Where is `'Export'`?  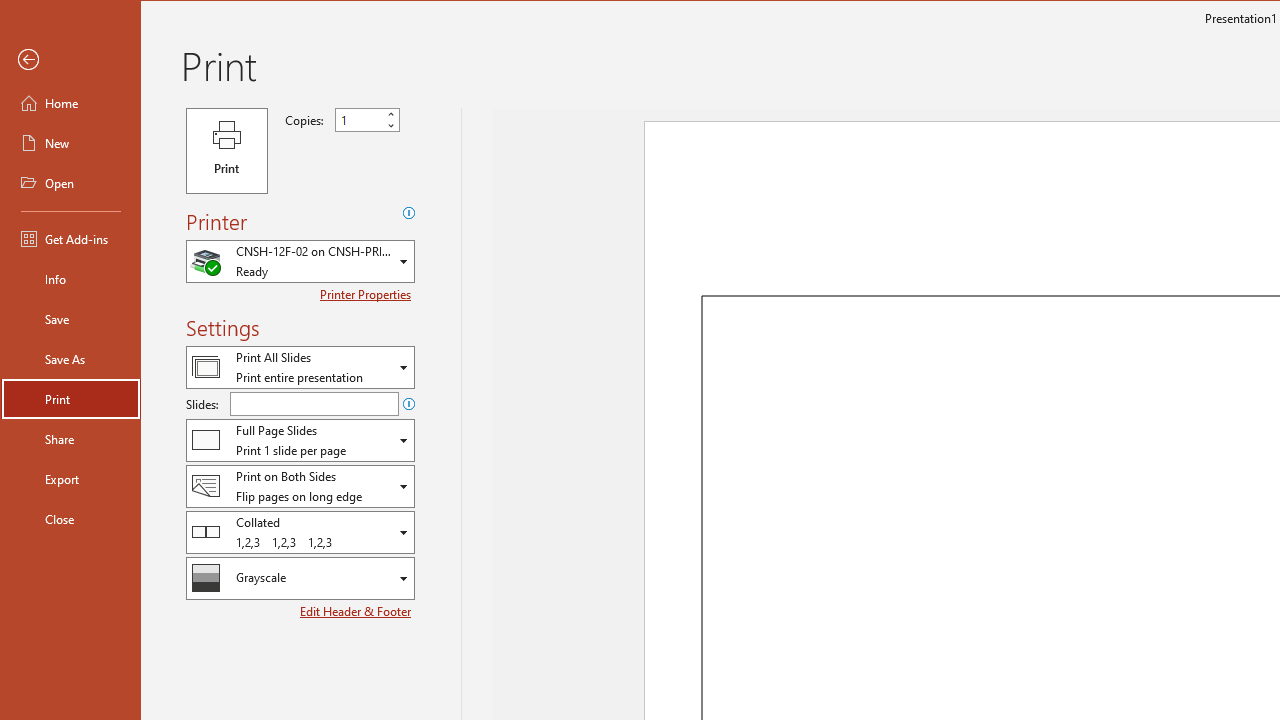 'Export' is located at coordinates (71, 479).